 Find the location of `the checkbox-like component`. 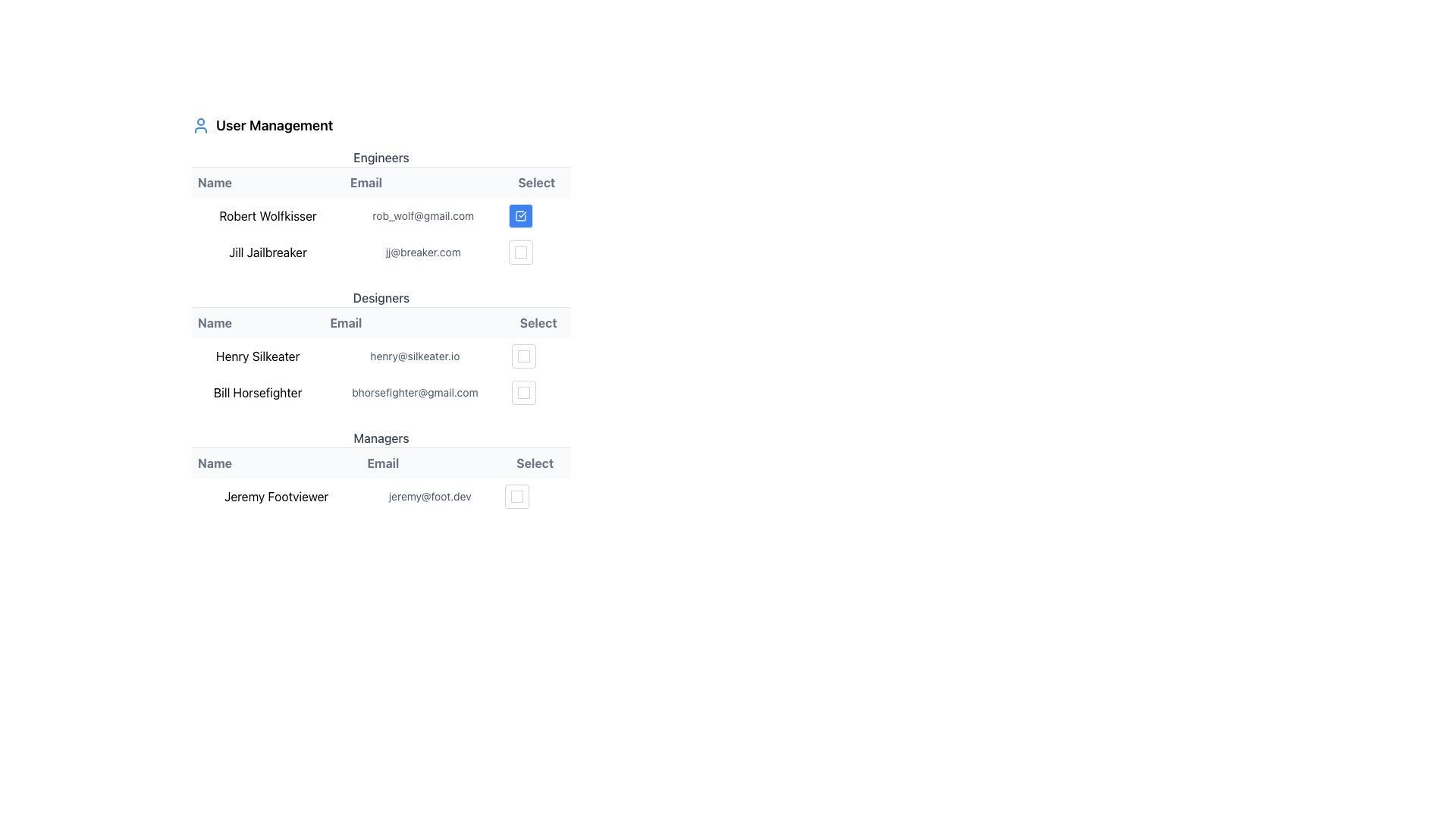

the checkbox-like component is located at coordinates (538, 391).